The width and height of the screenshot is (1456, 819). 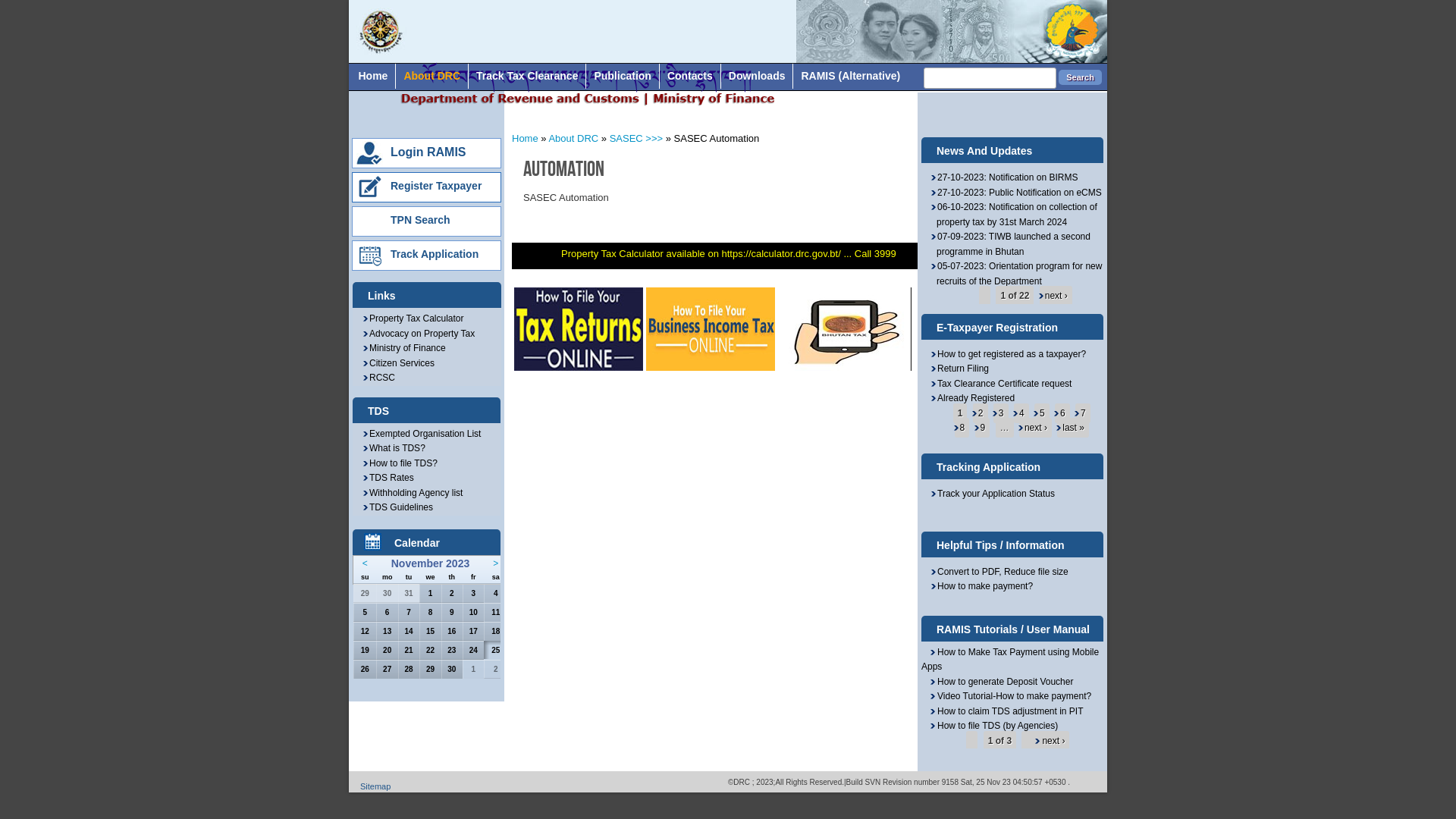 I want to click on 'SASEC >>>', so click(x=636, y=138).